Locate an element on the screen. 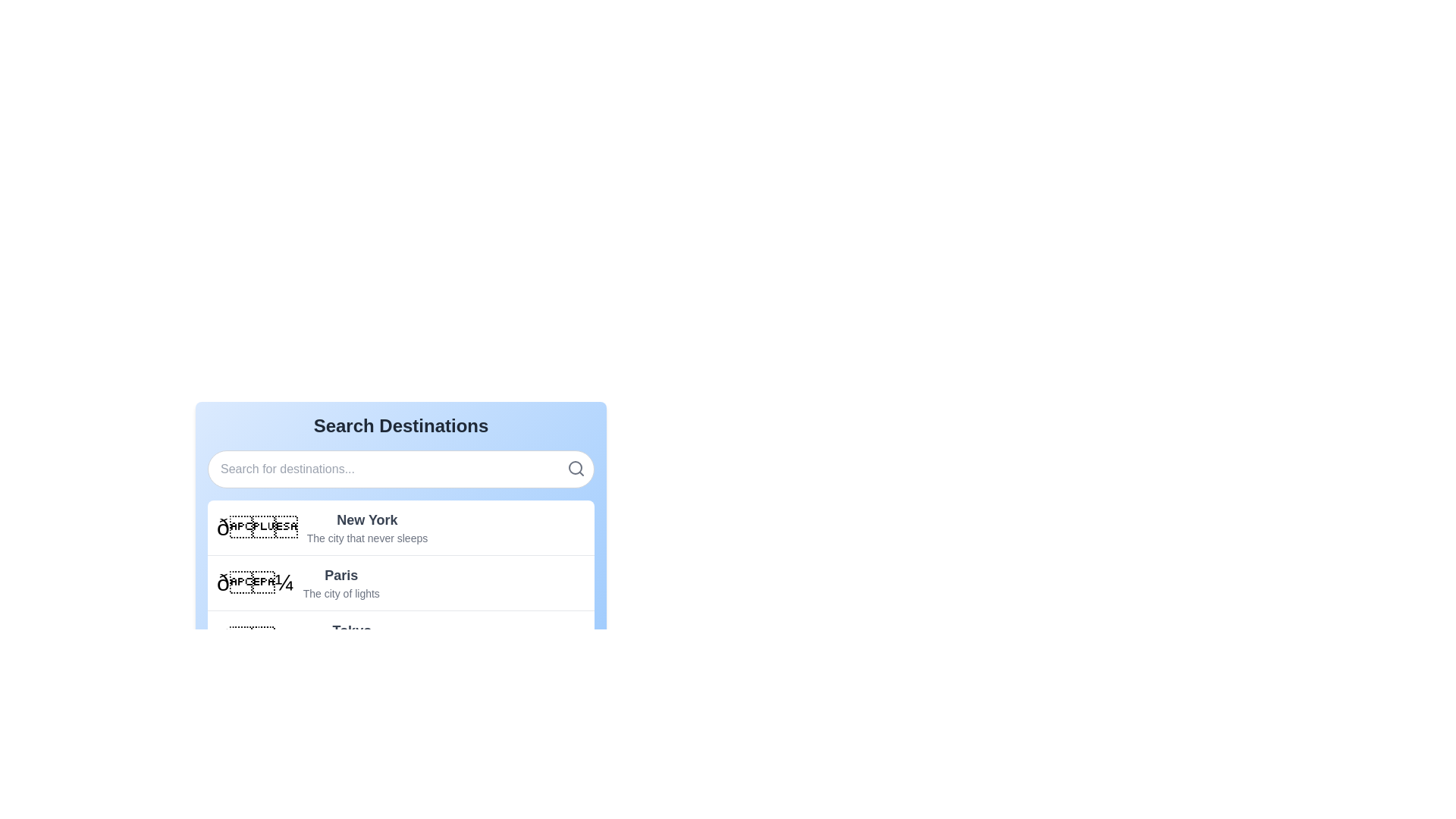  the clickable list item representing the city 'Tokyo' is located at coordinates (400, 637).